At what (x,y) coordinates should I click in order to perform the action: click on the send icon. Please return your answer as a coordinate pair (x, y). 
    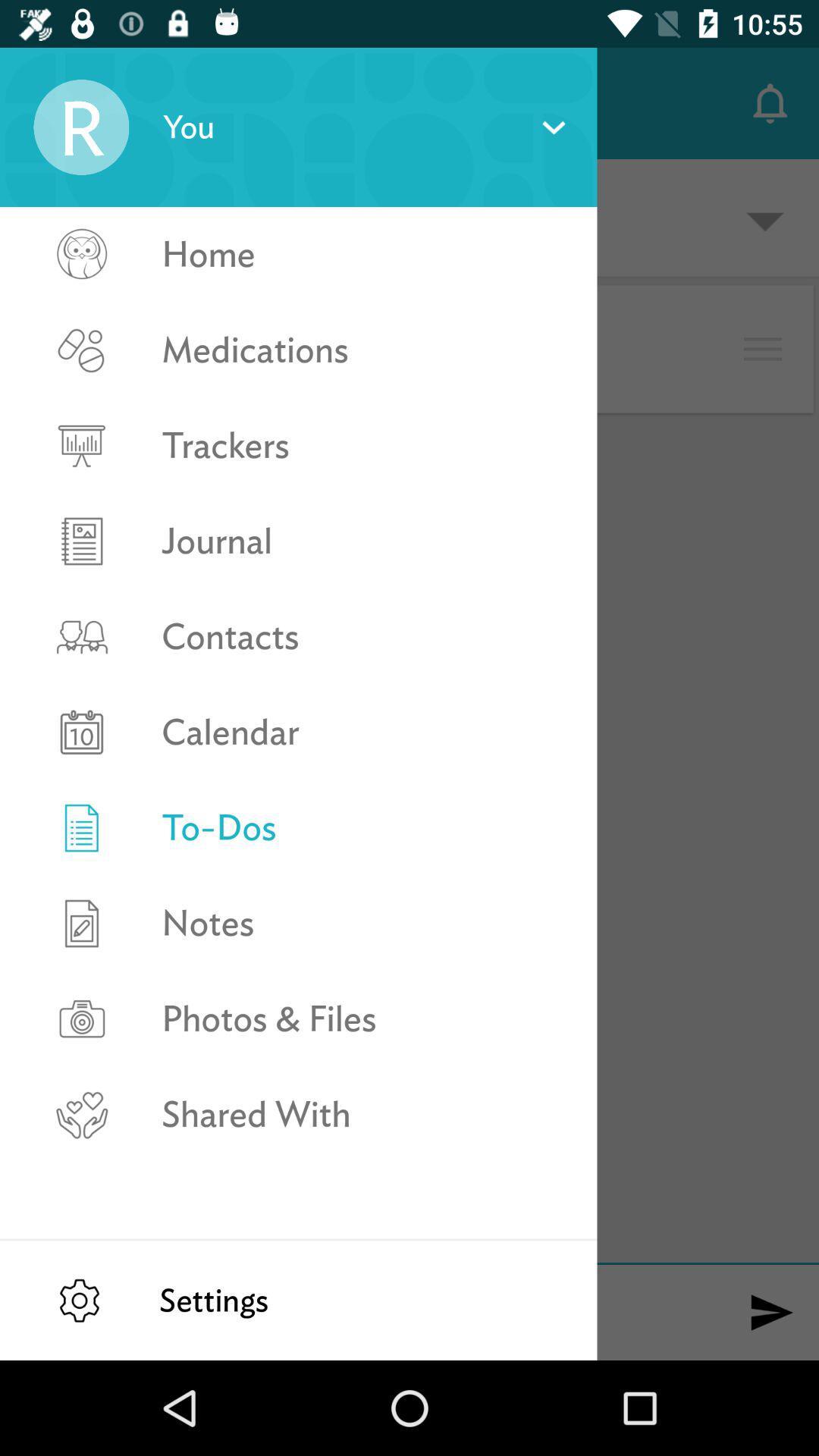
    Looking at the image, I should click on (771, 1312).